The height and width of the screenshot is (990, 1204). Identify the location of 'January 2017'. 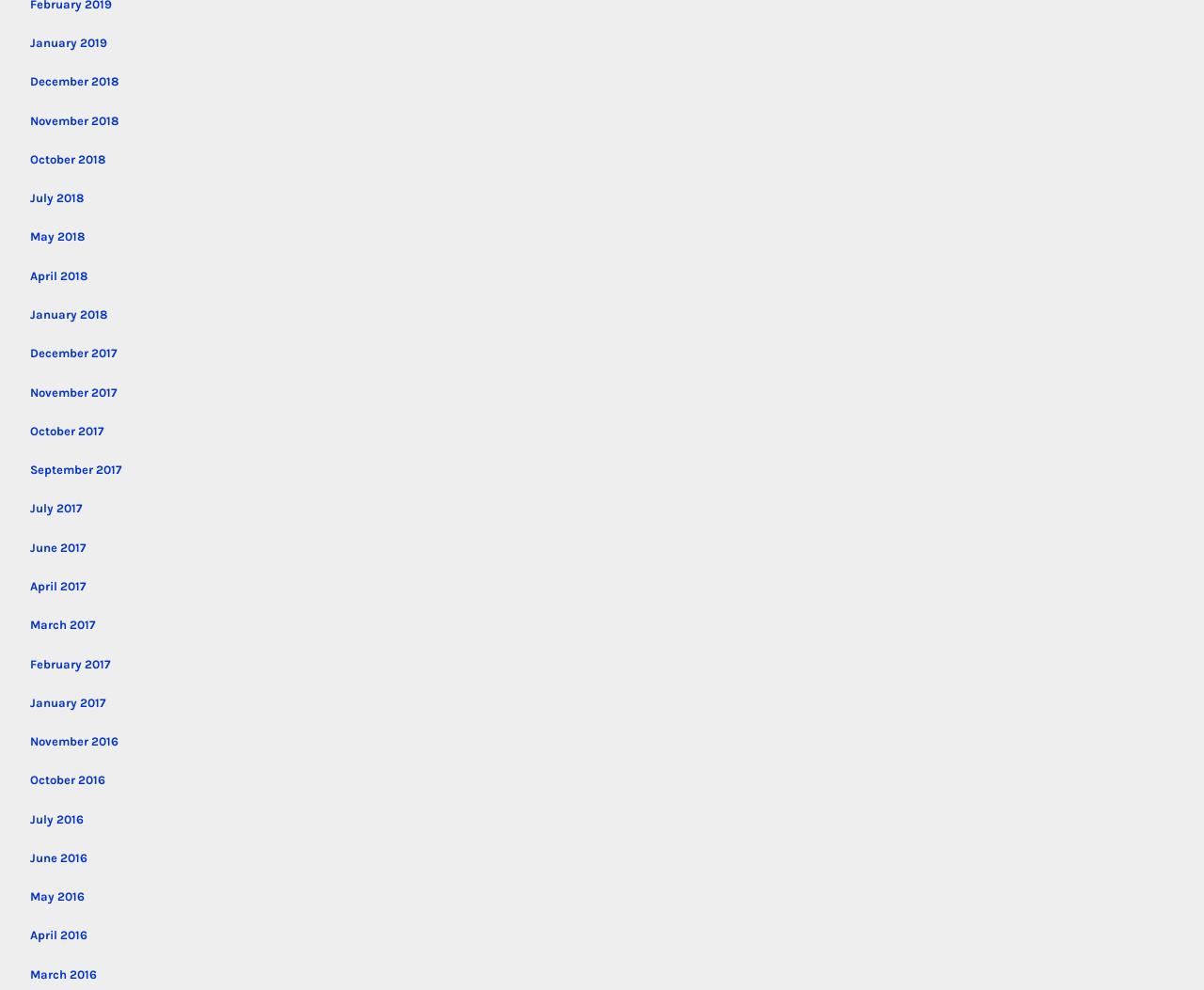
(67, 700).